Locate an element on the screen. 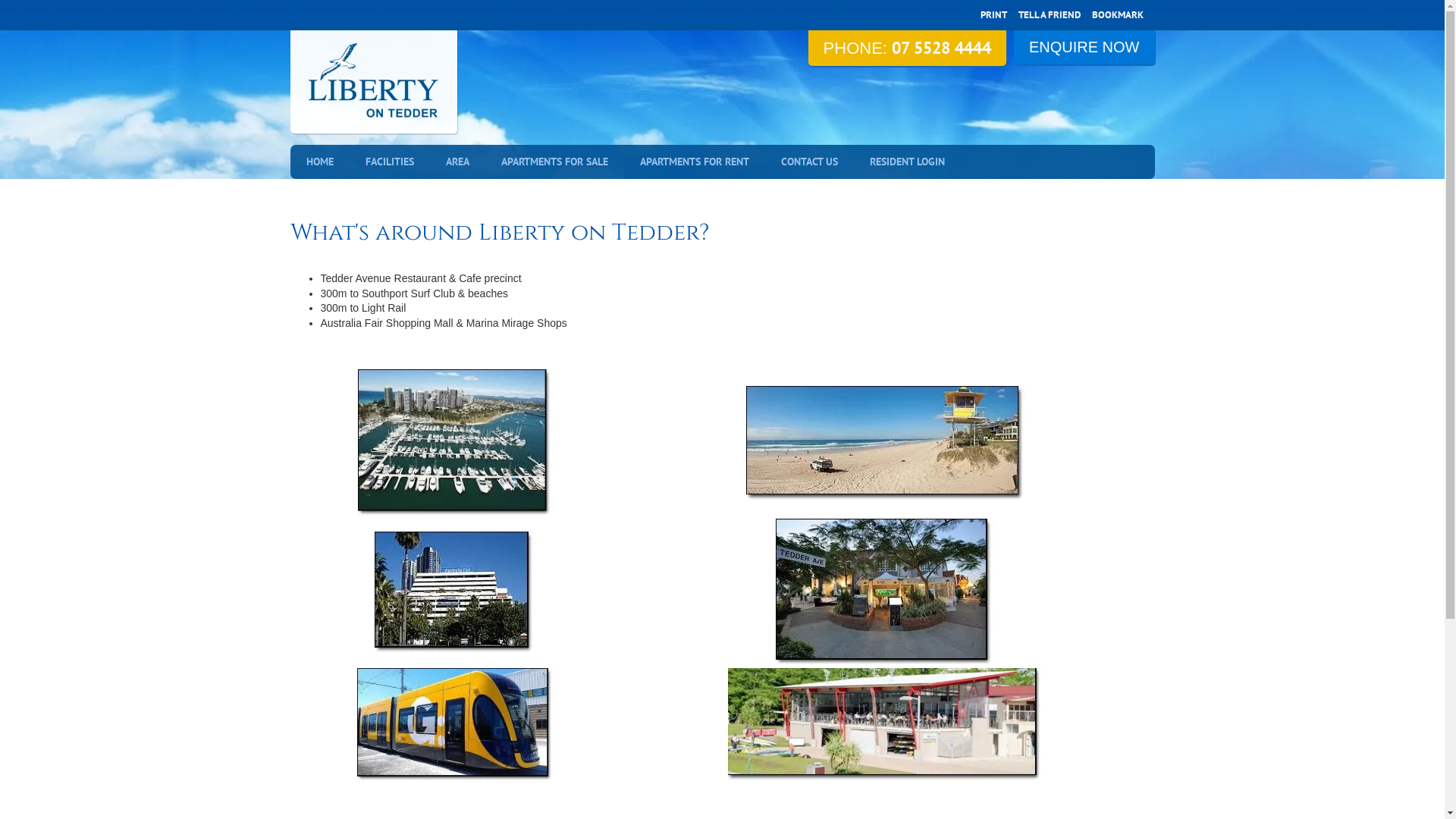 The image size is (1456, 819). 'TELL A FRIEND' is located at coordinates (1047, 14).